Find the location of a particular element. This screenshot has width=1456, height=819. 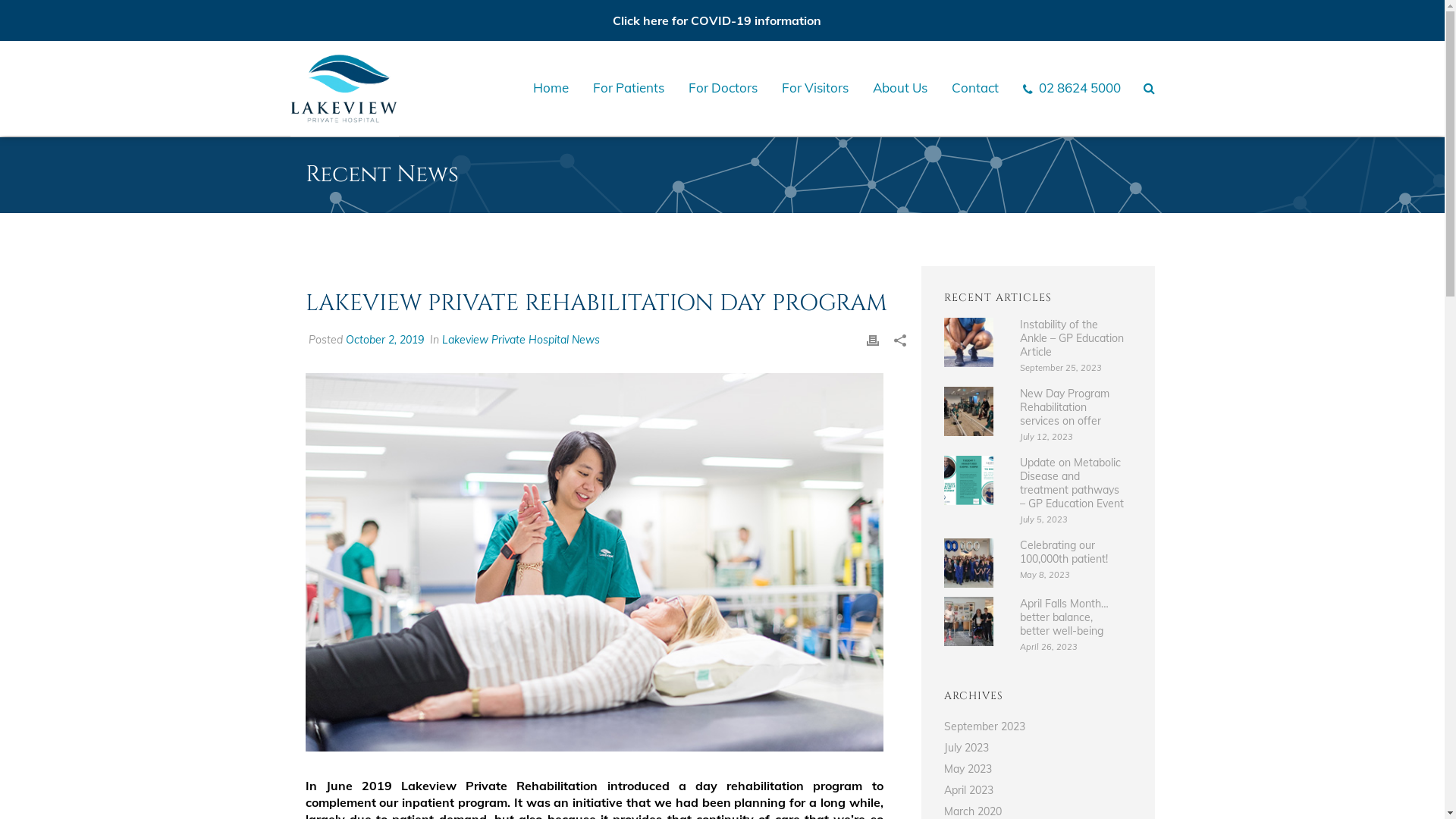

'02 8624 5000' is located at coordinates (1071, 87).